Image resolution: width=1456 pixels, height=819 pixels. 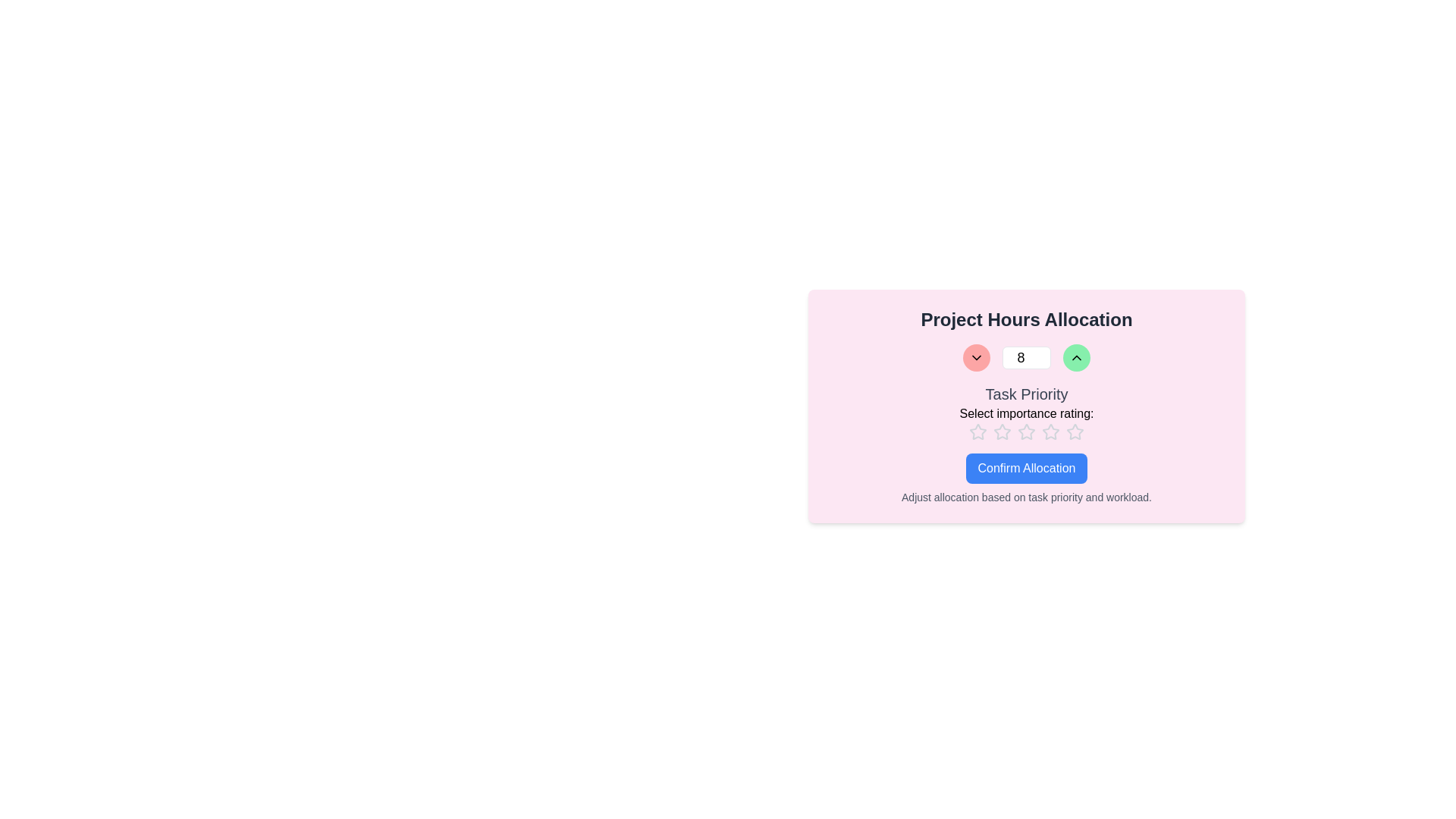 What do you see at coordinates (978, 432) in the screenshot?
I see `the second star icon with a gray outline in the rating interface` at bounding box center [978, 432].